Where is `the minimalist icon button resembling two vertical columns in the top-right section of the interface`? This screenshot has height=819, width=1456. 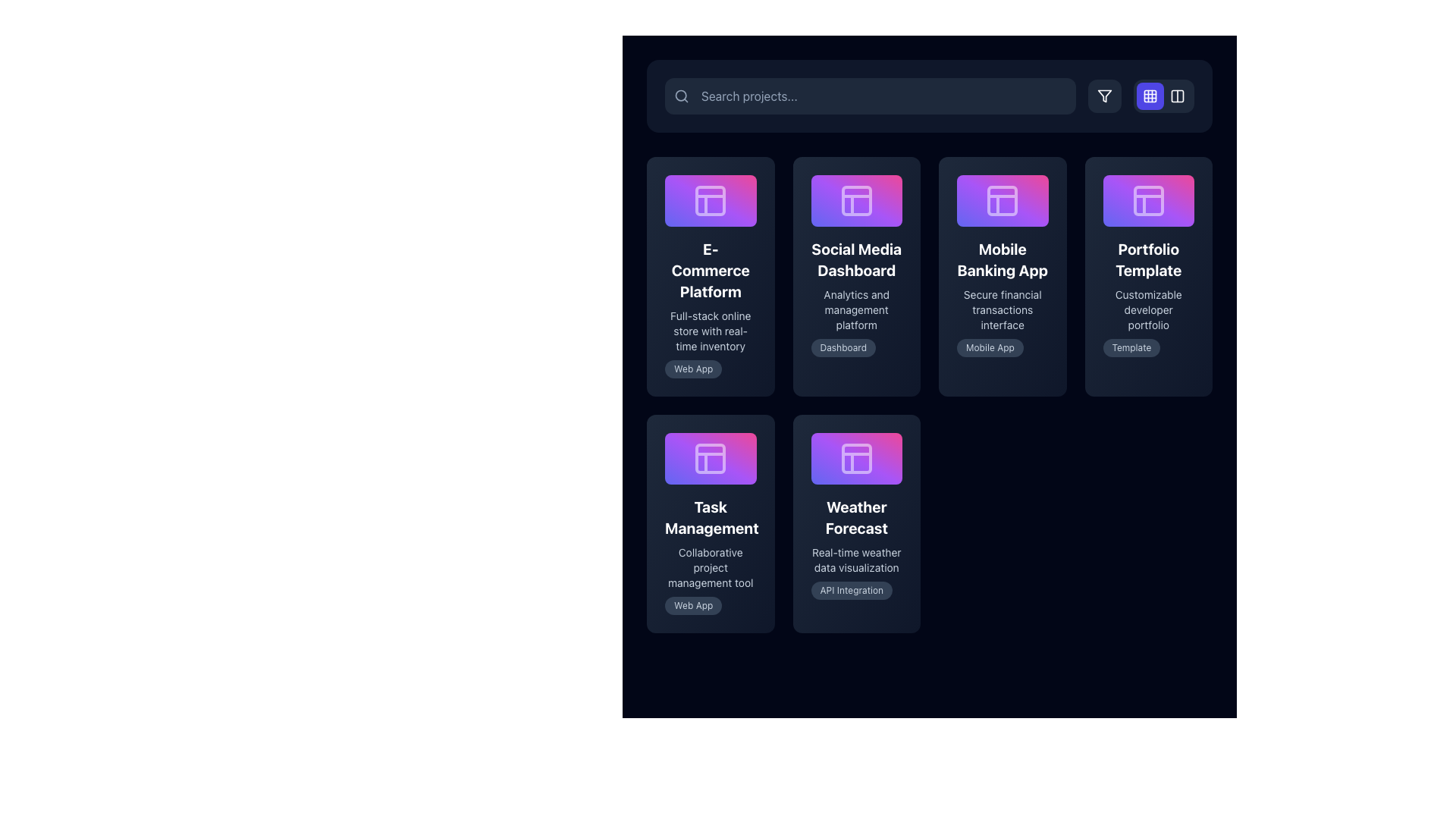
the minimalist icon button resembling two vertical columns in the top-right section of the interface is located at coordinates (1177, 96).